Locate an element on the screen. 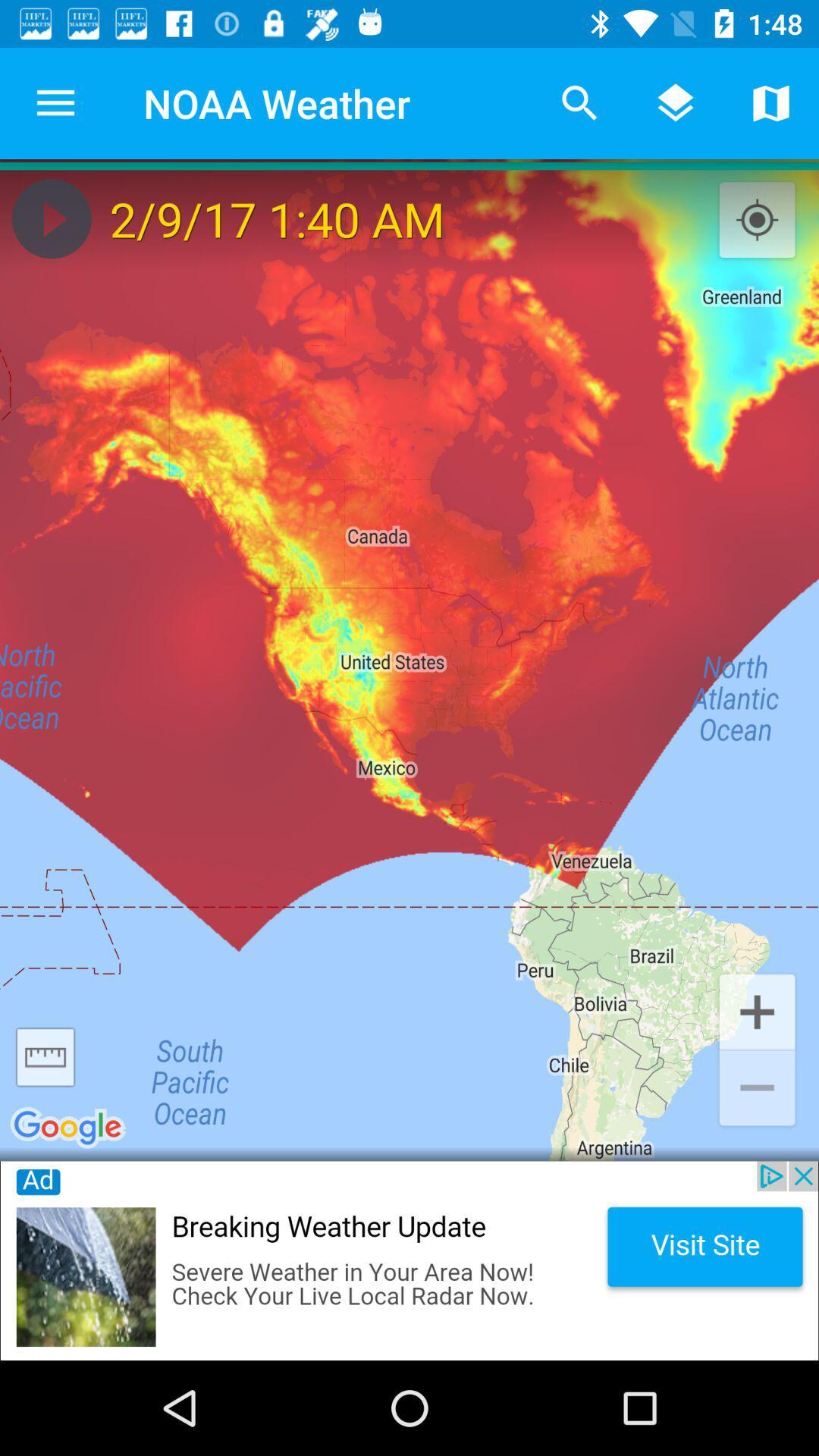 The width and height of the screenshot is (819, 1456). animation is located at coordinates (51, 218).